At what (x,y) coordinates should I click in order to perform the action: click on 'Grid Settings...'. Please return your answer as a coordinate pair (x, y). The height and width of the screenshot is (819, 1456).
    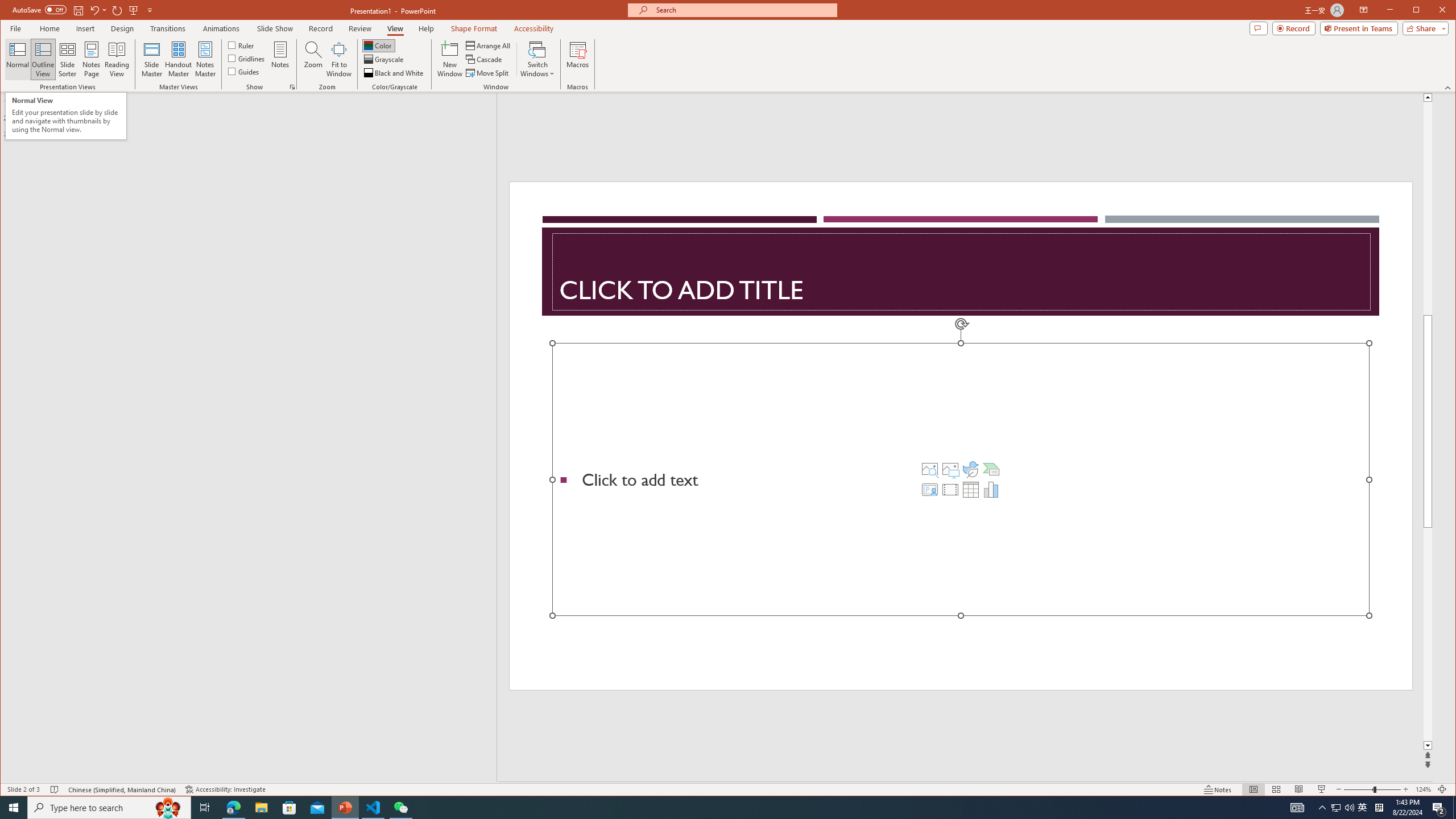
    Looking at the image, I should click on (292, 87).